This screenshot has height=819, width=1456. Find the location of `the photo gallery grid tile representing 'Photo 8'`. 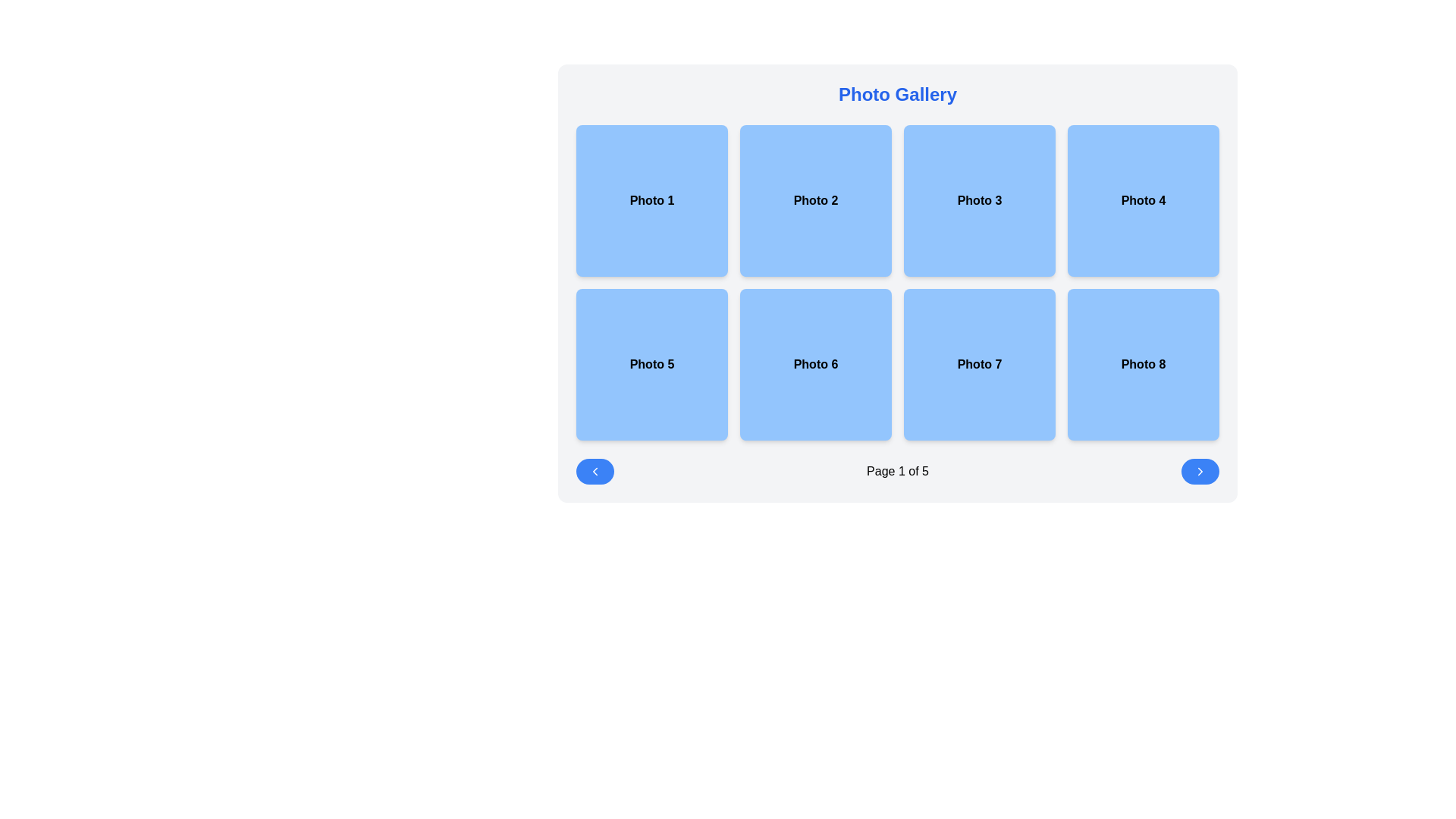

the photo gallery grid tile representing 'Photo 8' is located at coordinates (1143, 365).